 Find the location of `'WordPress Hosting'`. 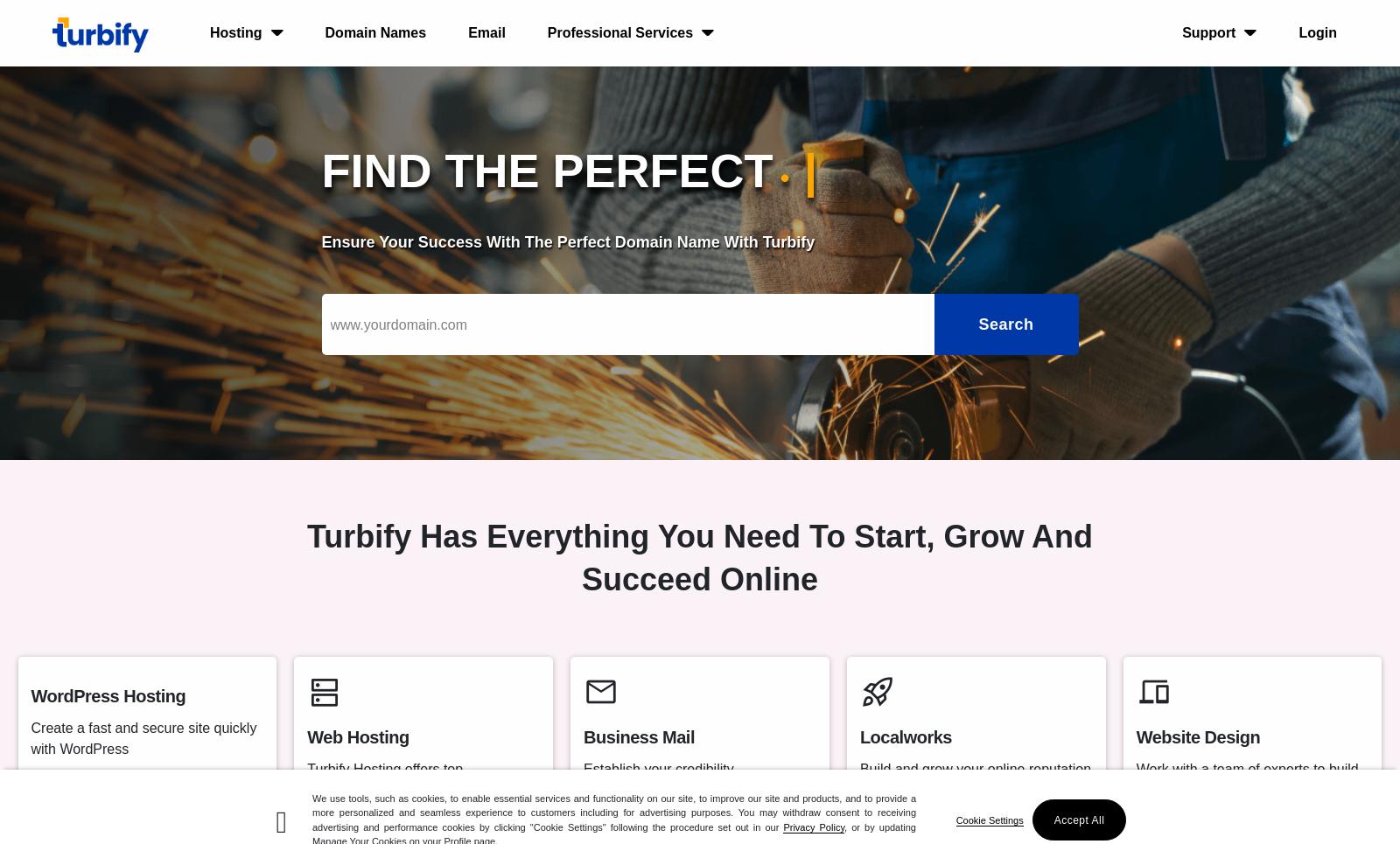

'WordPress Hosting' is located at coordinates (107, 696).